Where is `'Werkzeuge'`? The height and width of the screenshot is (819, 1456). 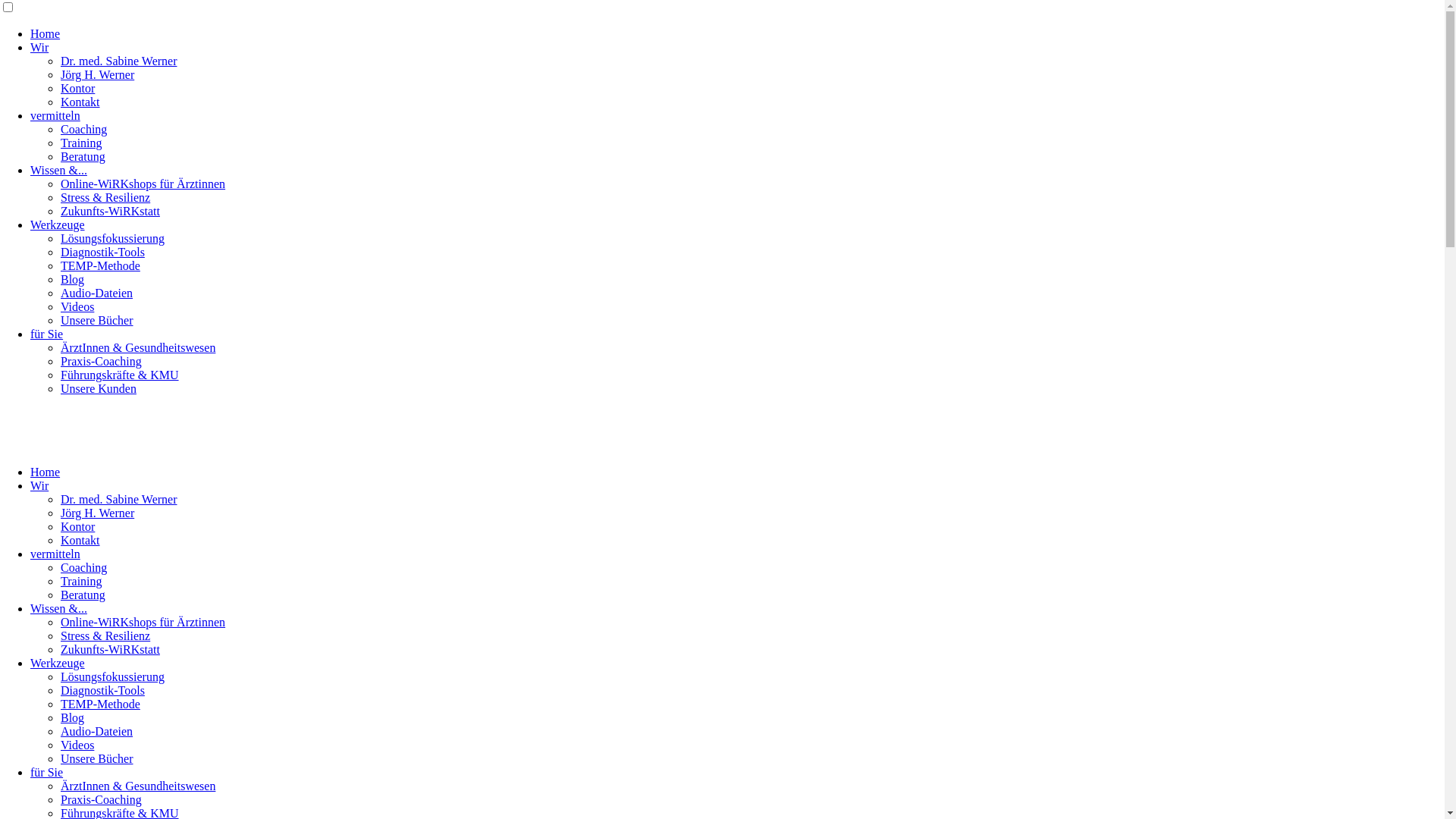
'Werkzeuge' is located at coordinates (58, 662).